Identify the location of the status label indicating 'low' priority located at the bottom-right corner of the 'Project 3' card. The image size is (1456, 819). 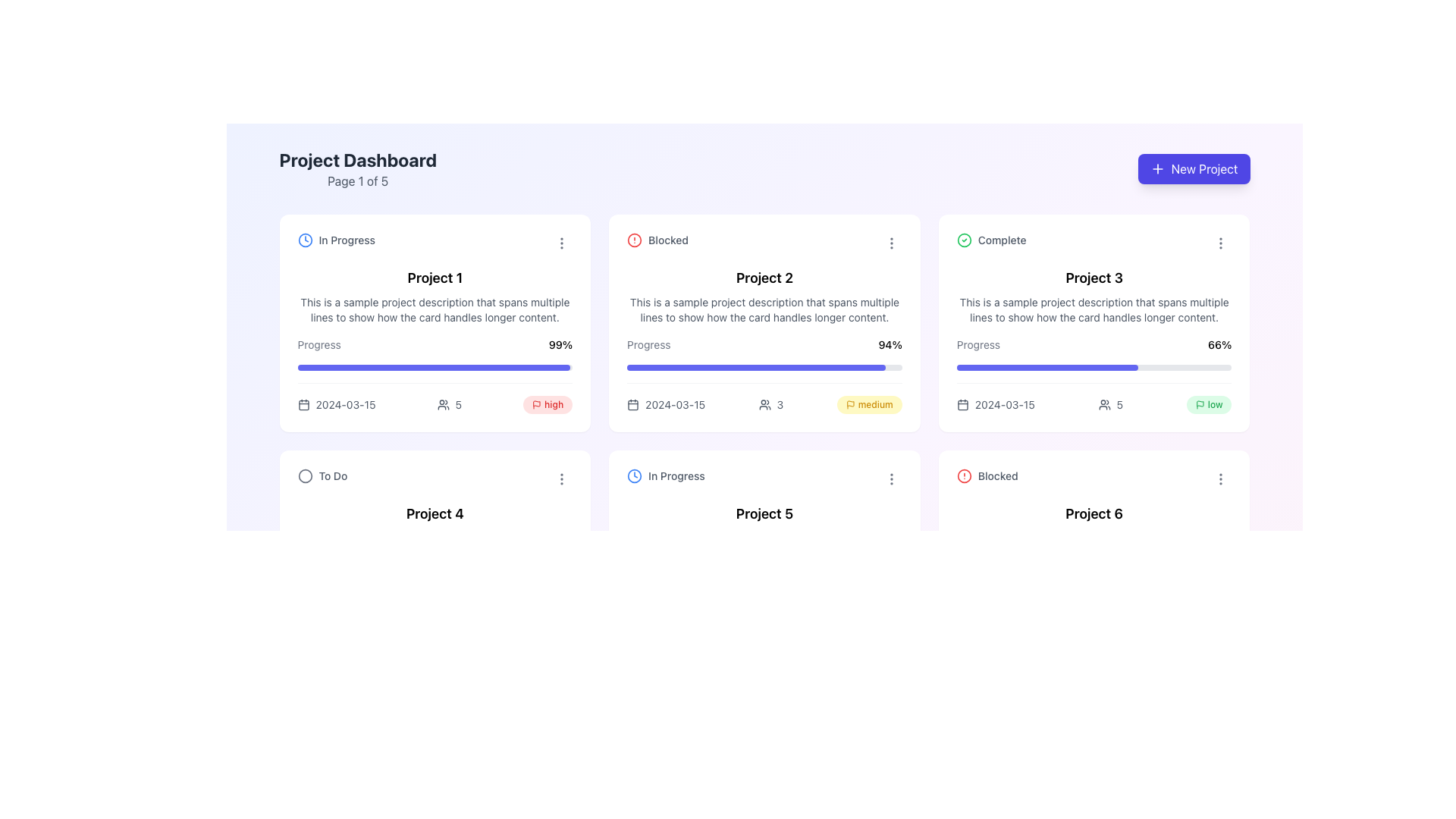
(1208, 403).